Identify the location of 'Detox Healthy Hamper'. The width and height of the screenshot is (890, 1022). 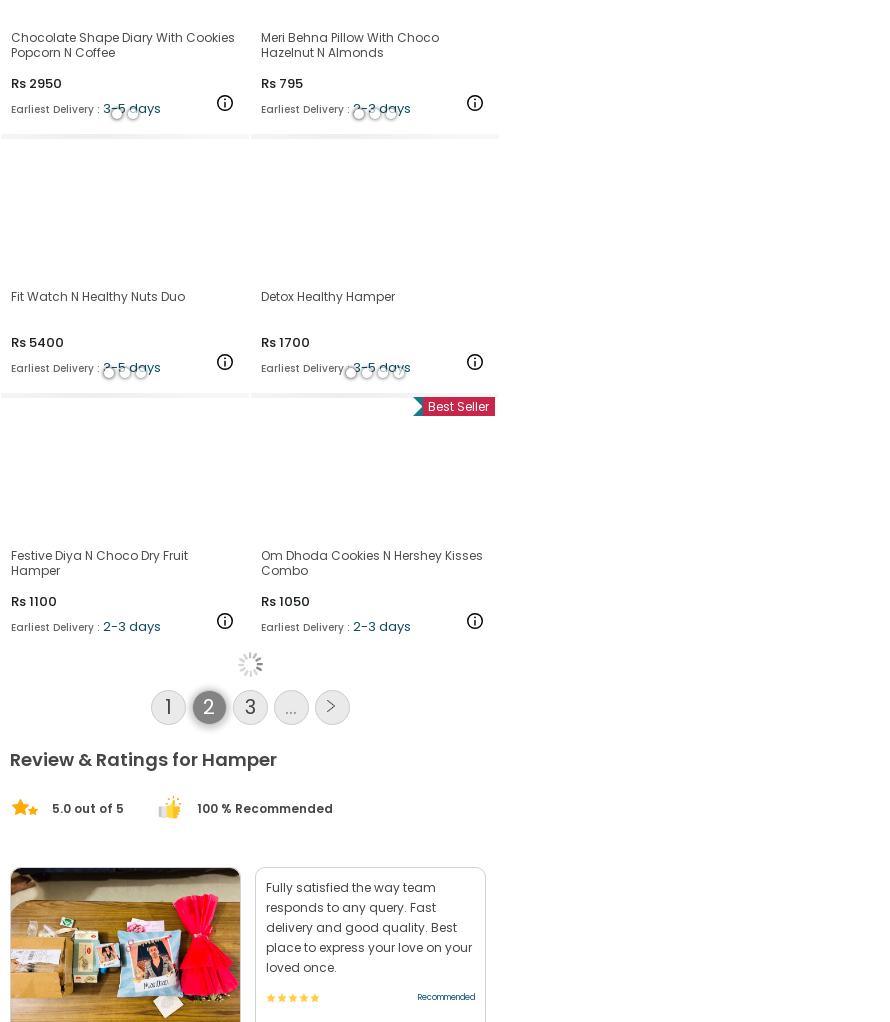
(327, 392).